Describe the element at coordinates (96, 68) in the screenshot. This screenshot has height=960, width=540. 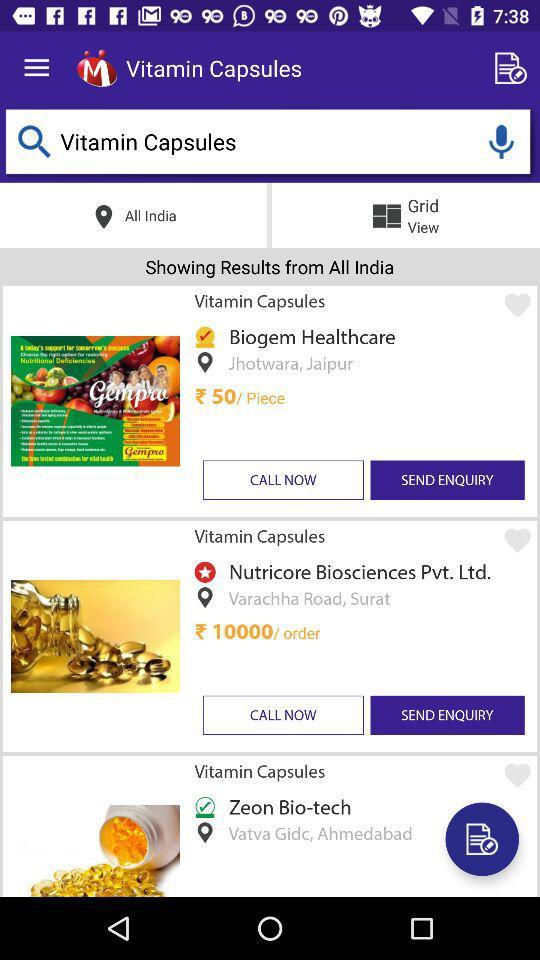
I see `application bar` at that location.